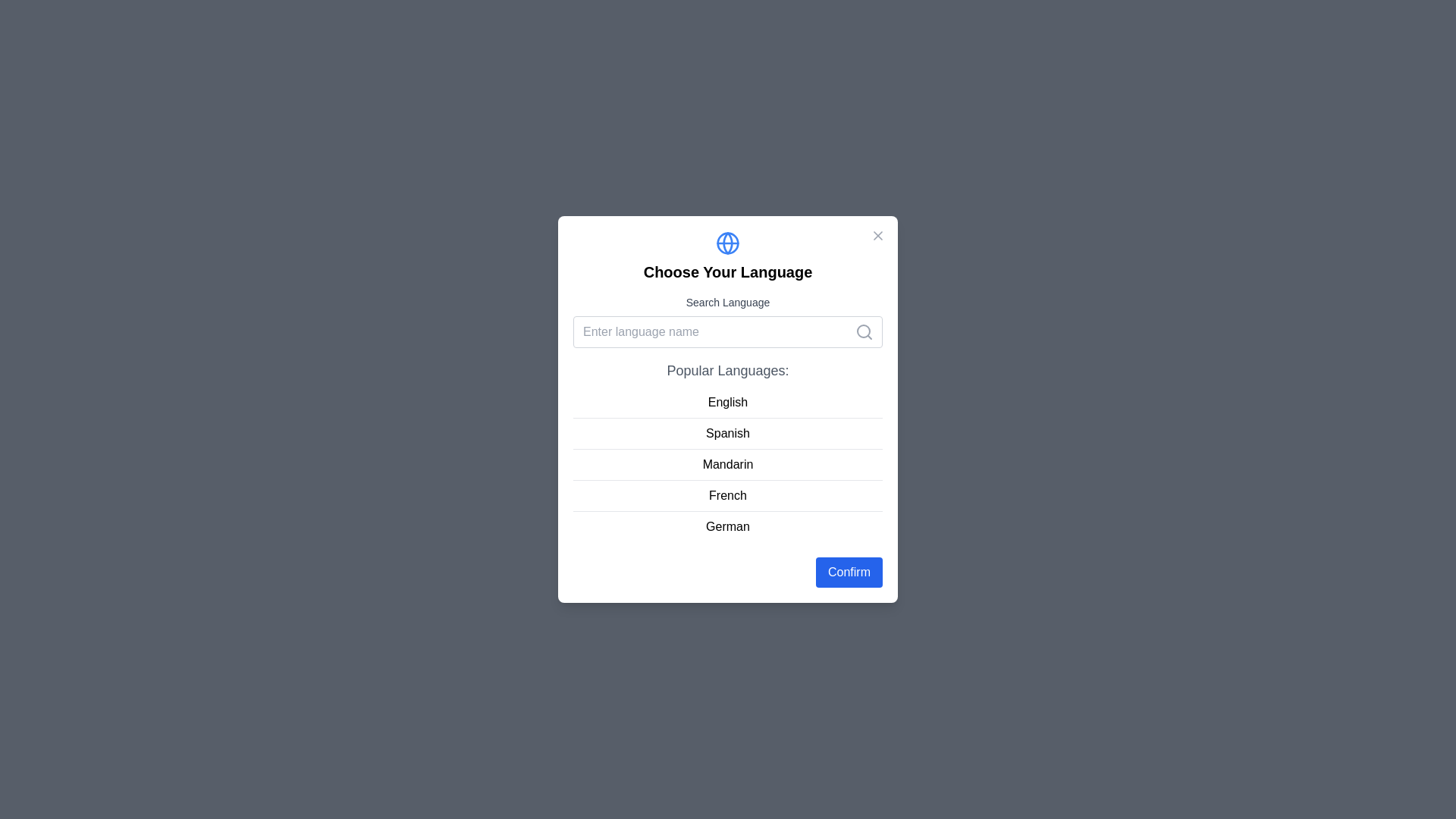  I want to click on the 'Confirm' button to confirm the selected language, so click(848, 573).